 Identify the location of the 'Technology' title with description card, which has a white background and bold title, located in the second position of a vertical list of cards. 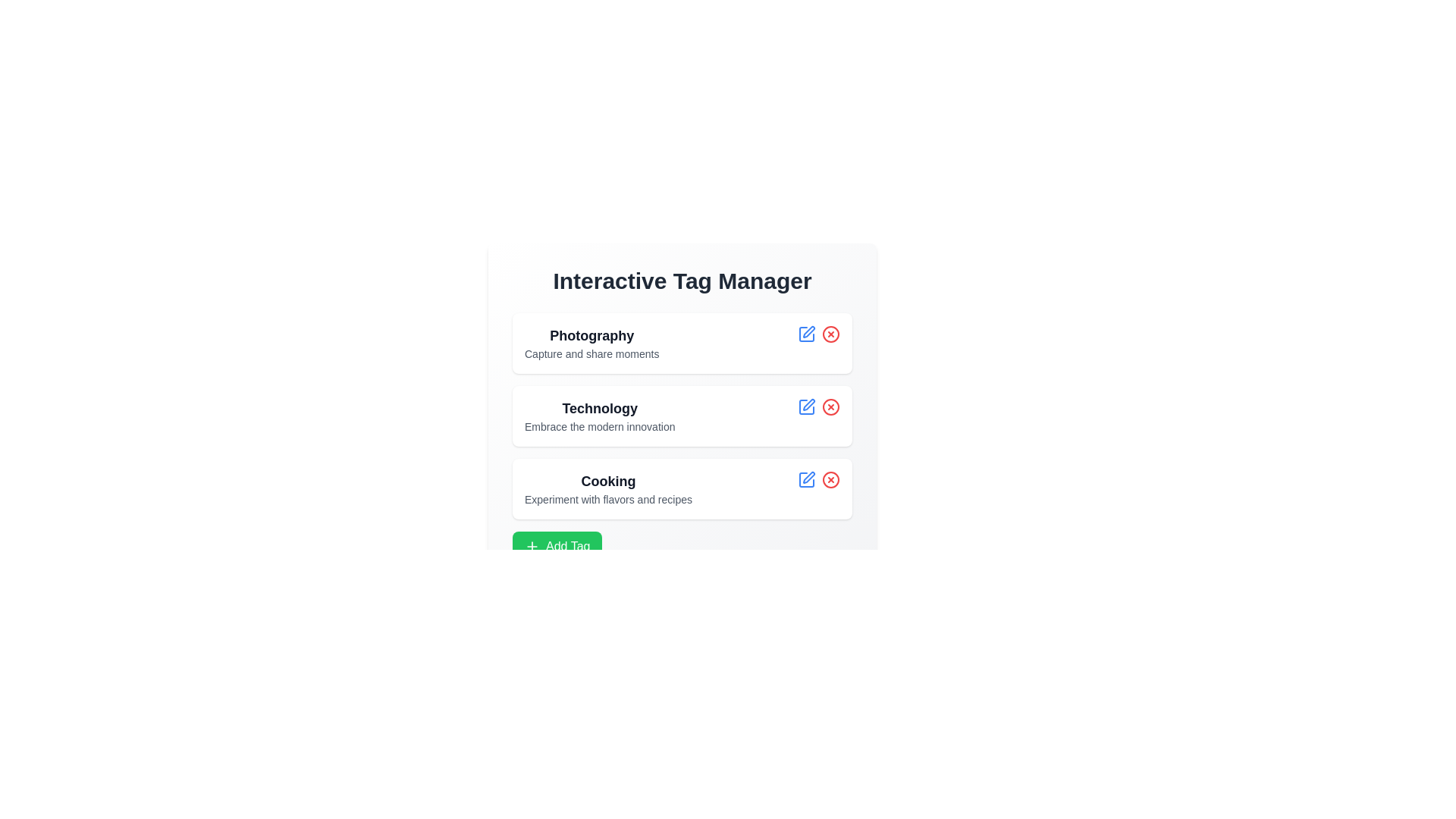
(682, 416).